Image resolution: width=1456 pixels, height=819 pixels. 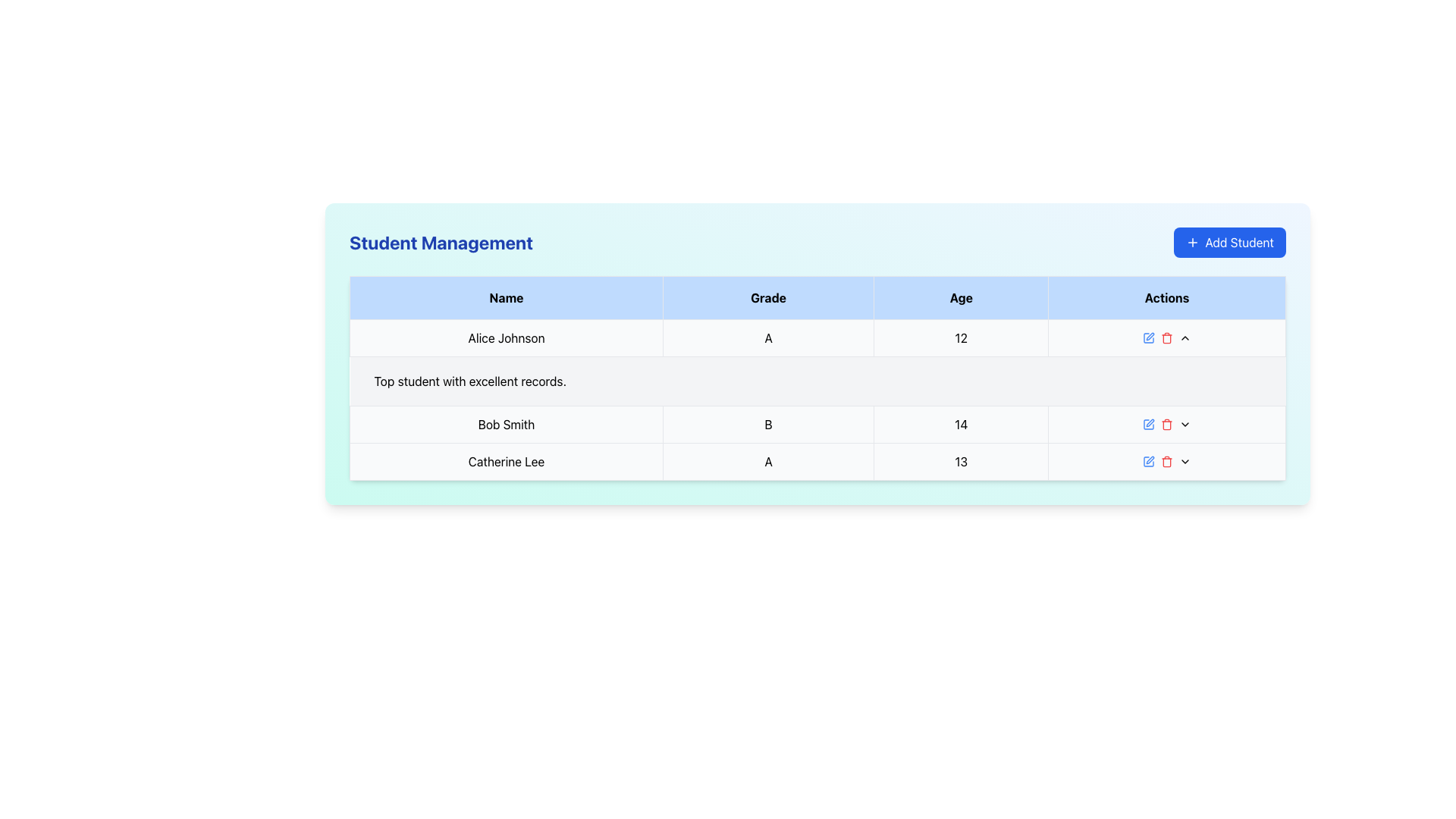 What do you see at coordinates (1150, 459) in the screenshot?
I see `the edit button in the 'Actions' column for 'Bob Smith'` at bounding box center [1150, 459].